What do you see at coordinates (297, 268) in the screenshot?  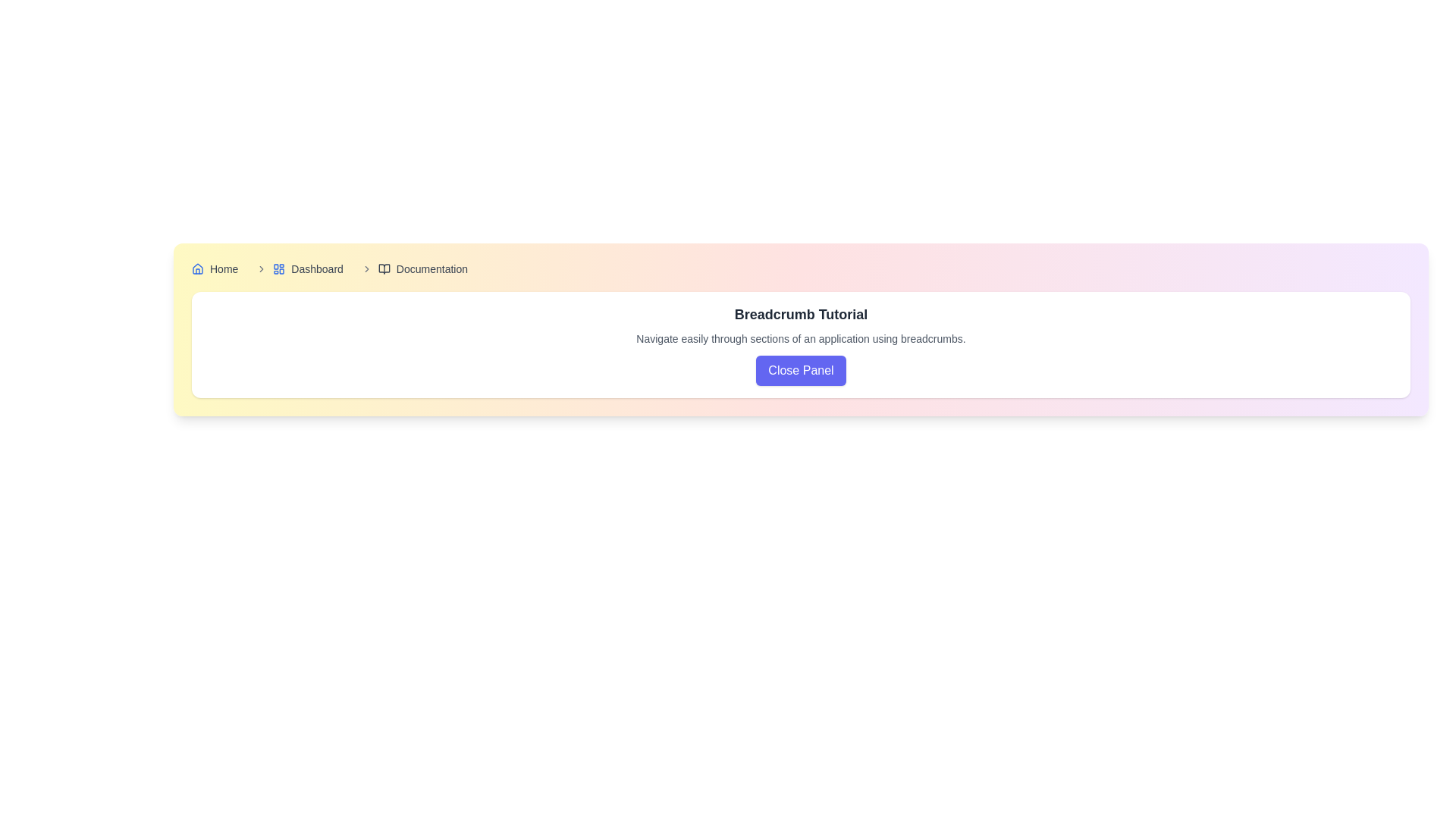 I see `the 'Dashboard' hyperlink in the breadcrumb navigation to observe the underline effect` at bounding box center [297, 268].